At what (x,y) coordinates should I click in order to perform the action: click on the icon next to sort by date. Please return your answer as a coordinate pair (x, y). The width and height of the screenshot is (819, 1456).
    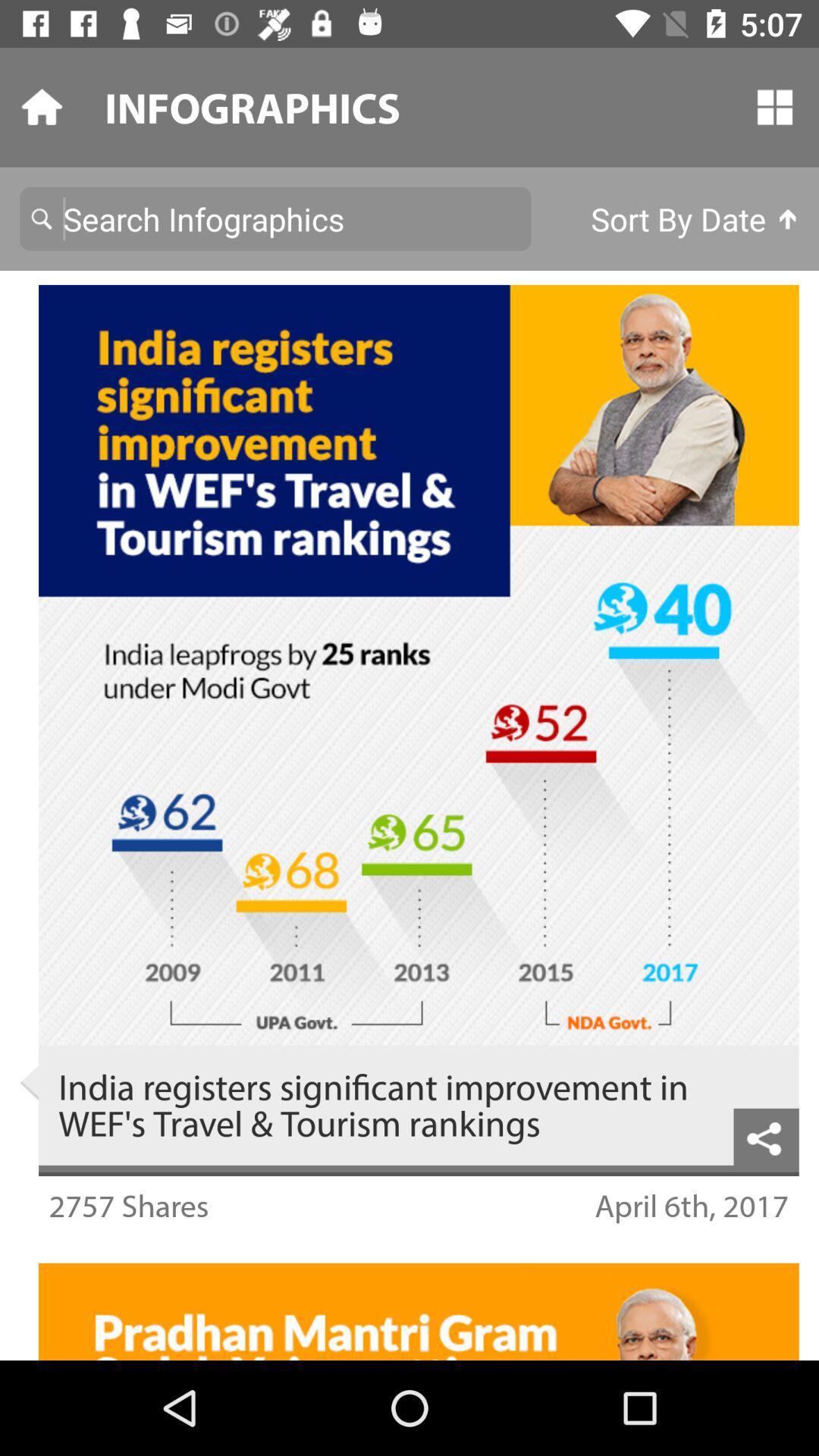
    Looking at the image, I should click on (275, 218).